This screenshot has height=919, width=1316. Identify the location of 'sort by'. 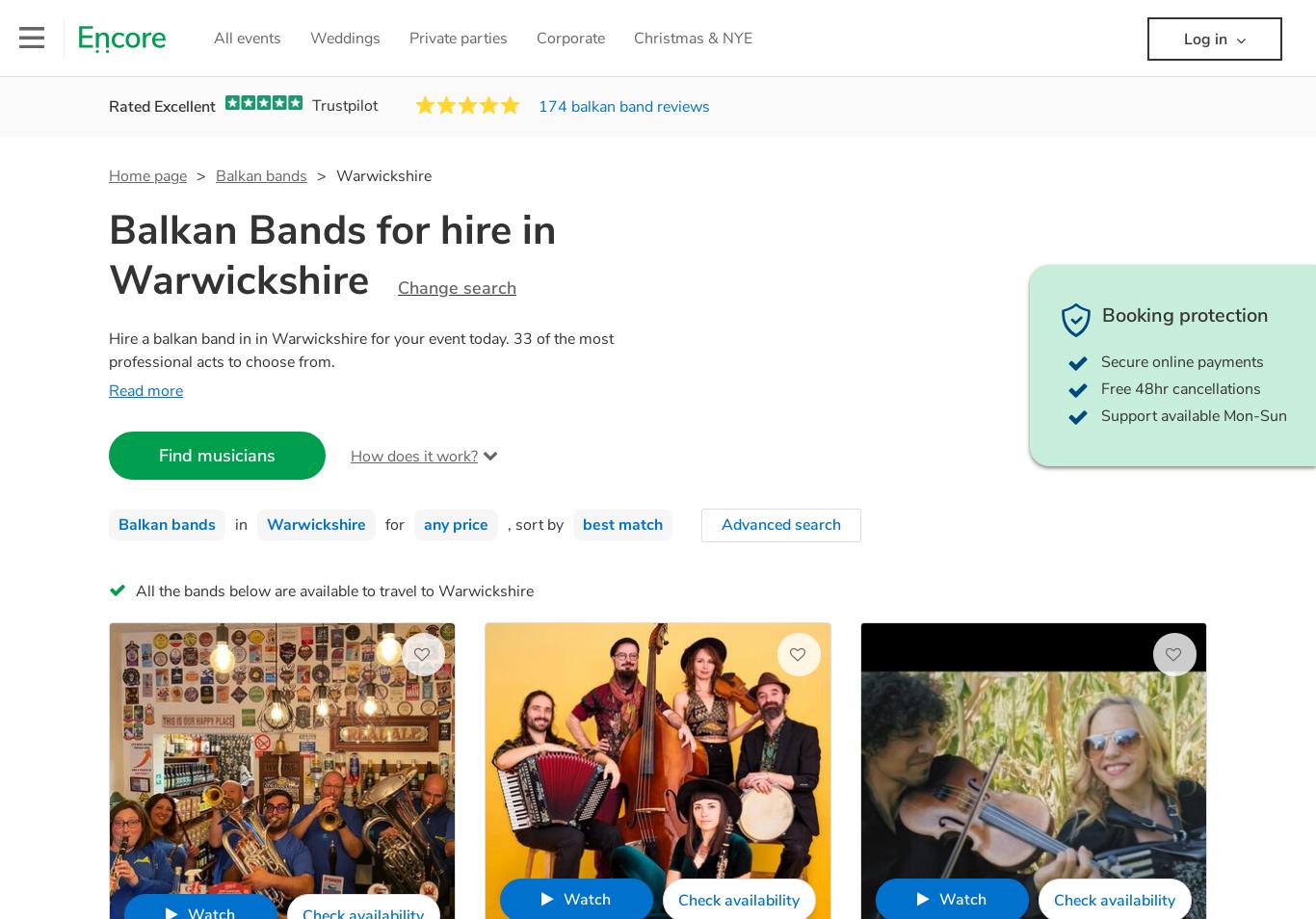
(540, 522).